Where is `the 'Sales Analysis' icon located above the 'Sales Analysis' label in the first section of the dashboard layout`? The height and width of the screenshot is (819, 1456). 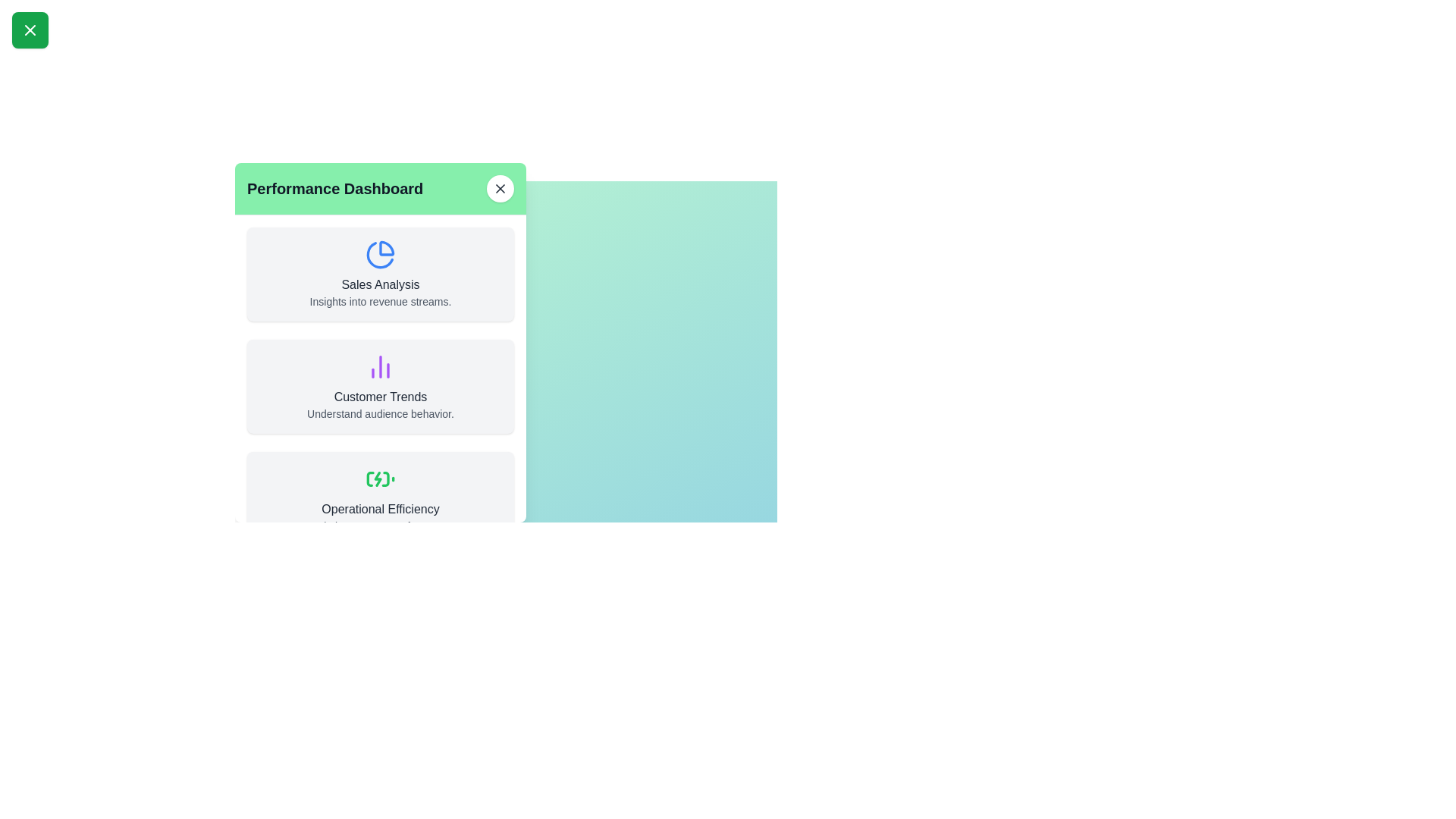
the 'Sales Analysis' icon located above the 'Sales Analysis' label in the first section of the dashboard layout is located at coordinates (380, 254).